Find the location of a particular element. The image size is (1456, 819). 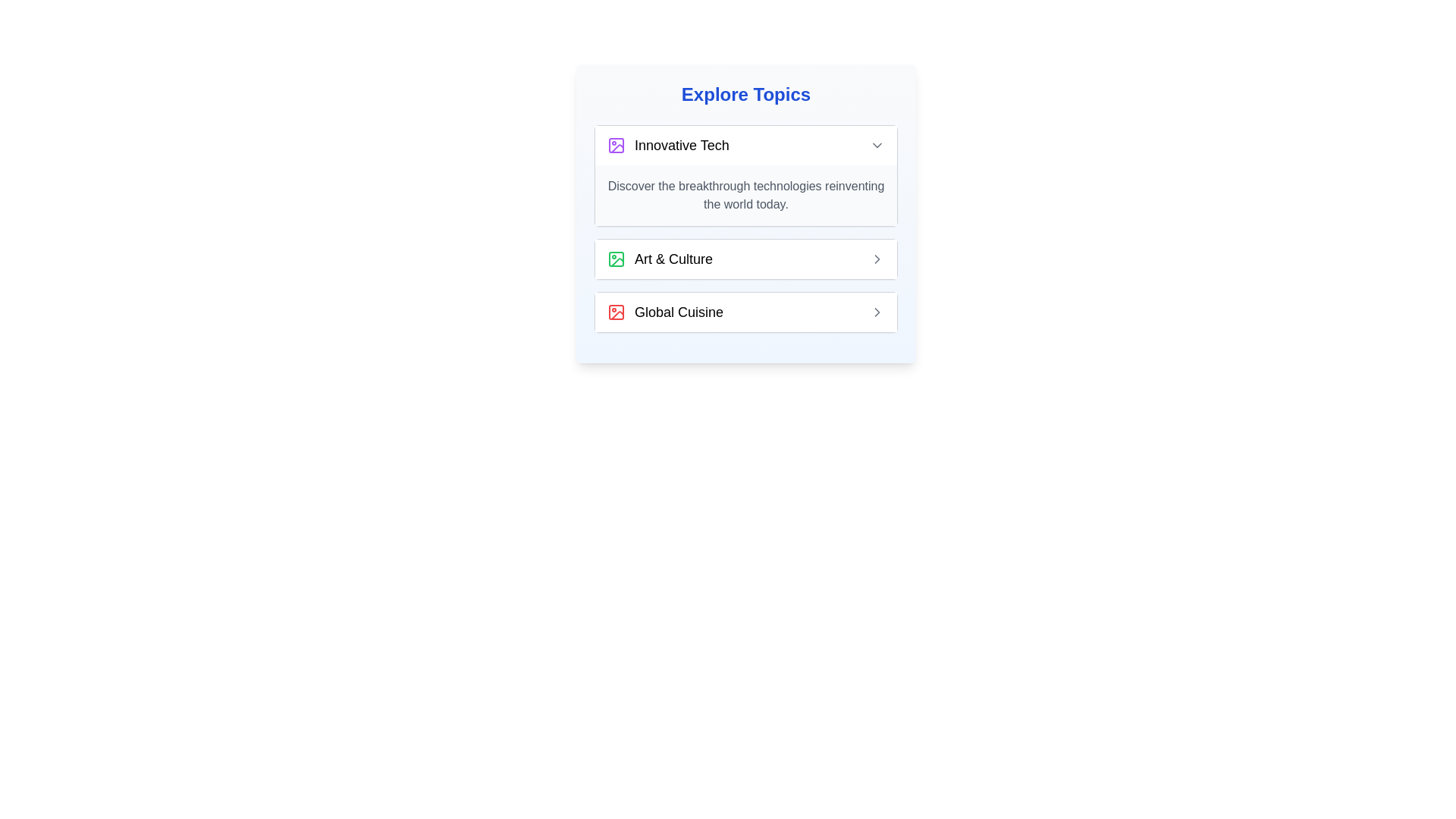

the 'Global Cuisine' text label within the 'Explore Topics' panel, which is the last item in the vertical list is located at coordinates (678, 312).